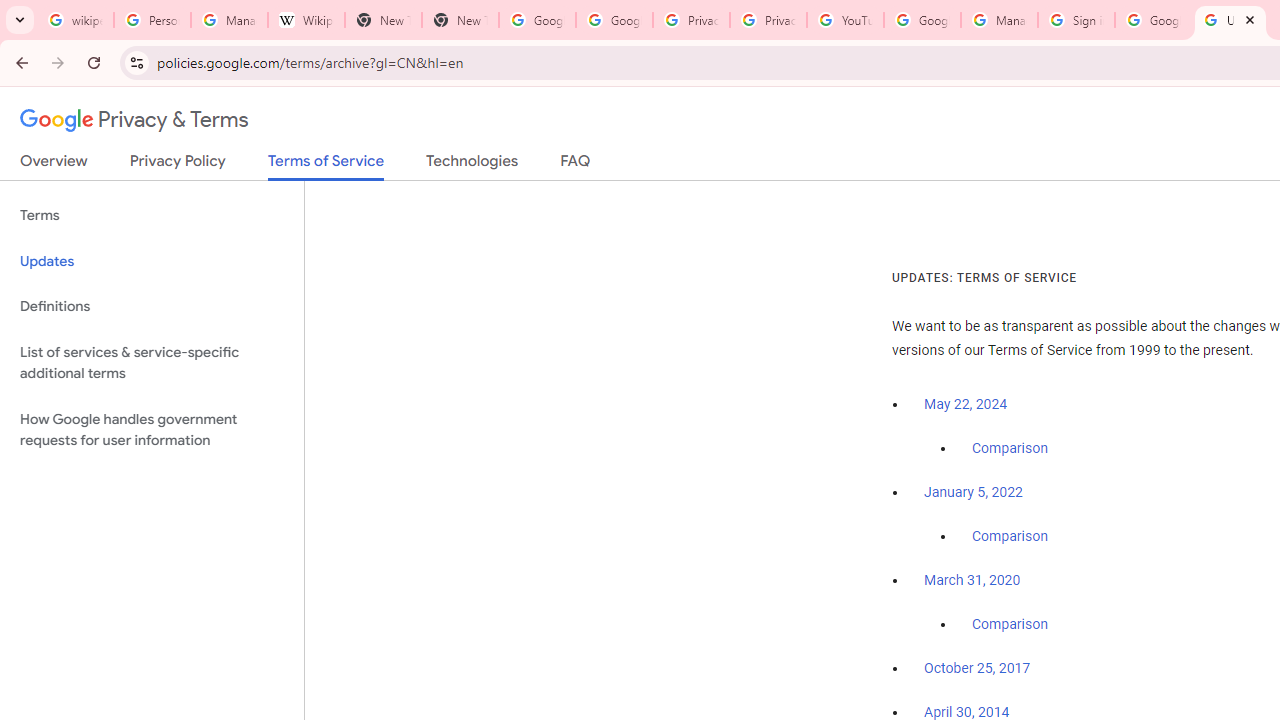 The image size is (1280, 720). I want to click on 'Google Account Help', so click(921, 20).